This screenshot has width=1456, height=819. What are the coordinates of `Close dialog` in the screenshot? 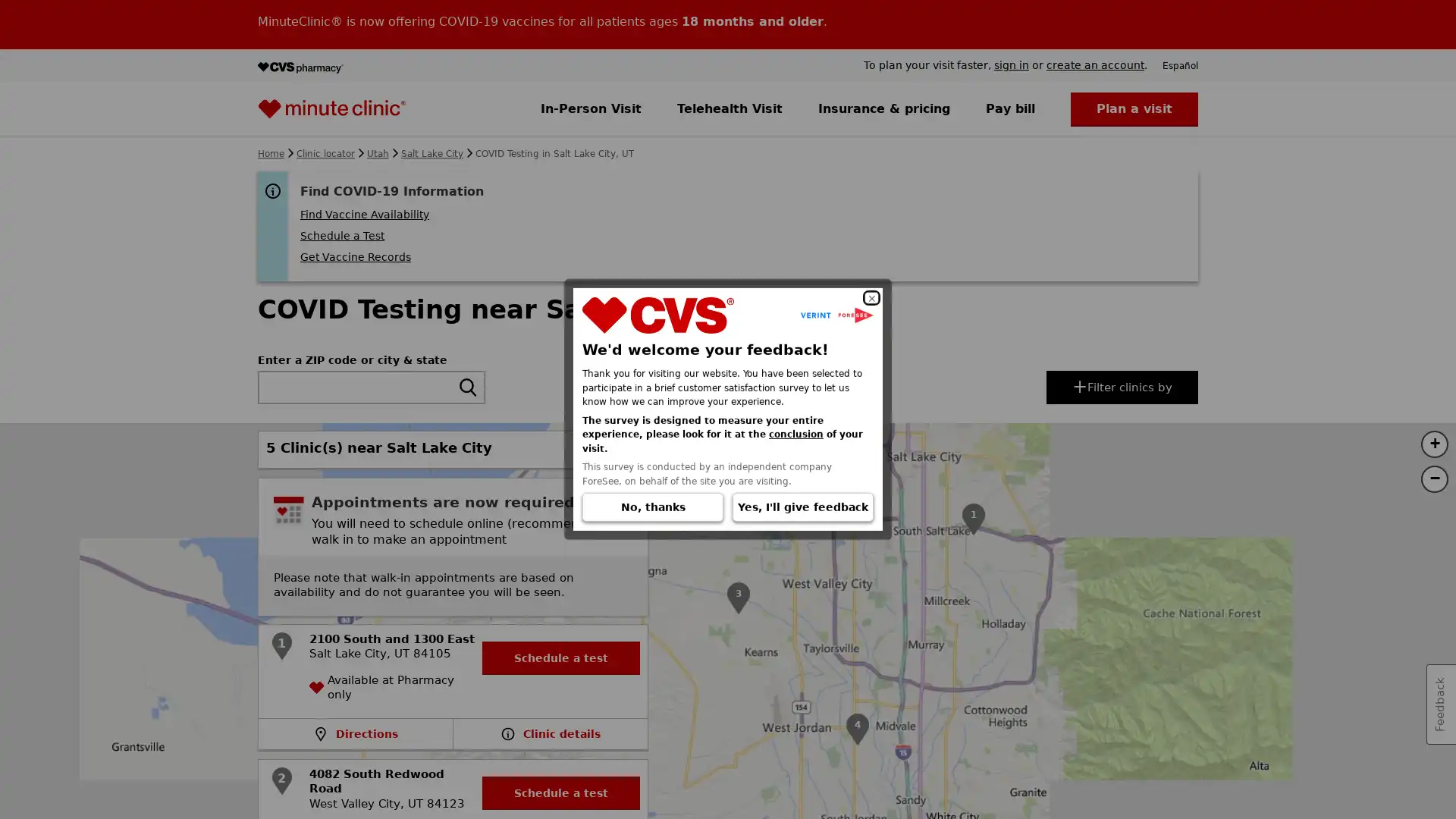 It's located at (871, 297).